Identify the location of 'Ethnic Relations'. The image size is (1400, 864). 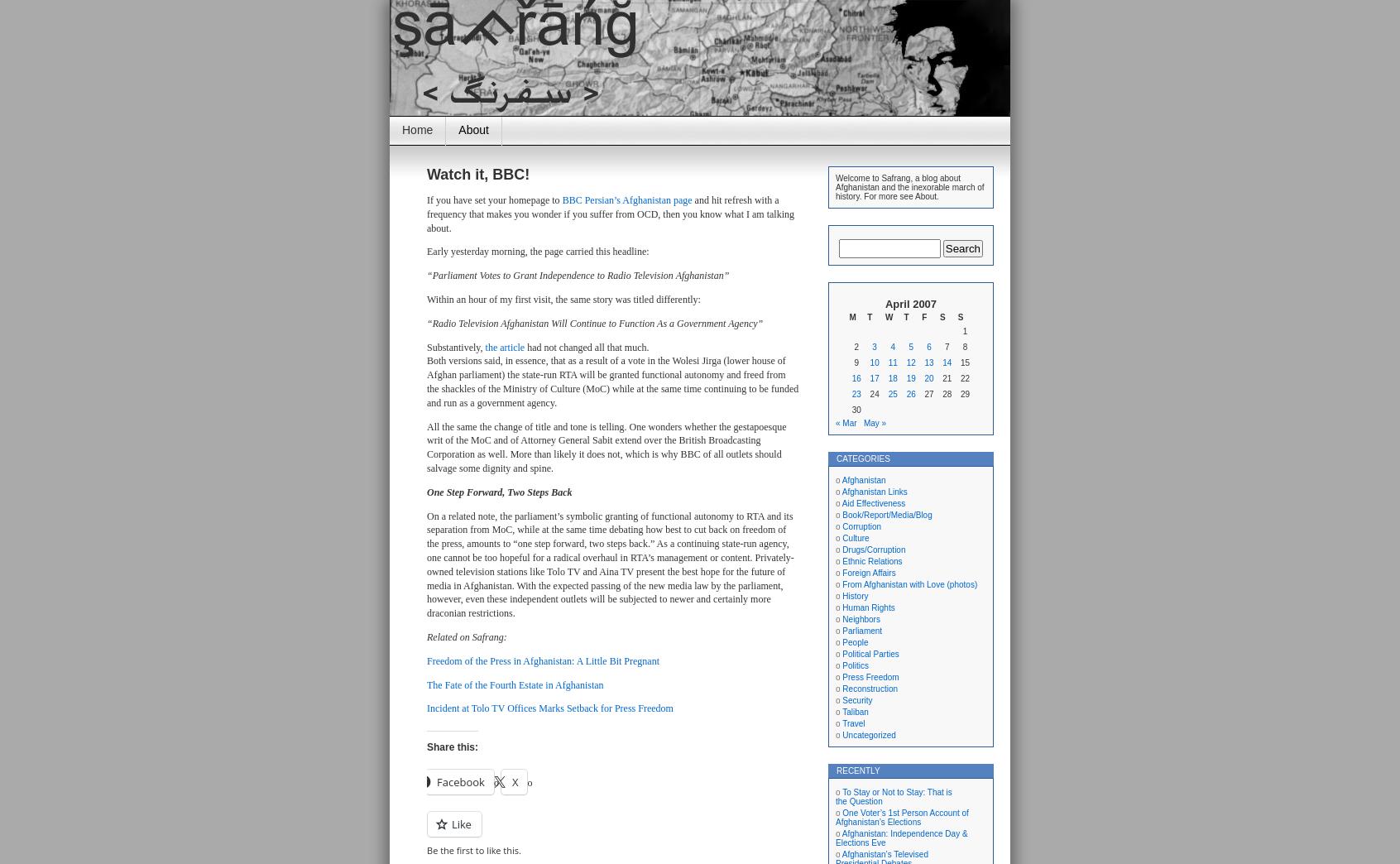
(870, 560).